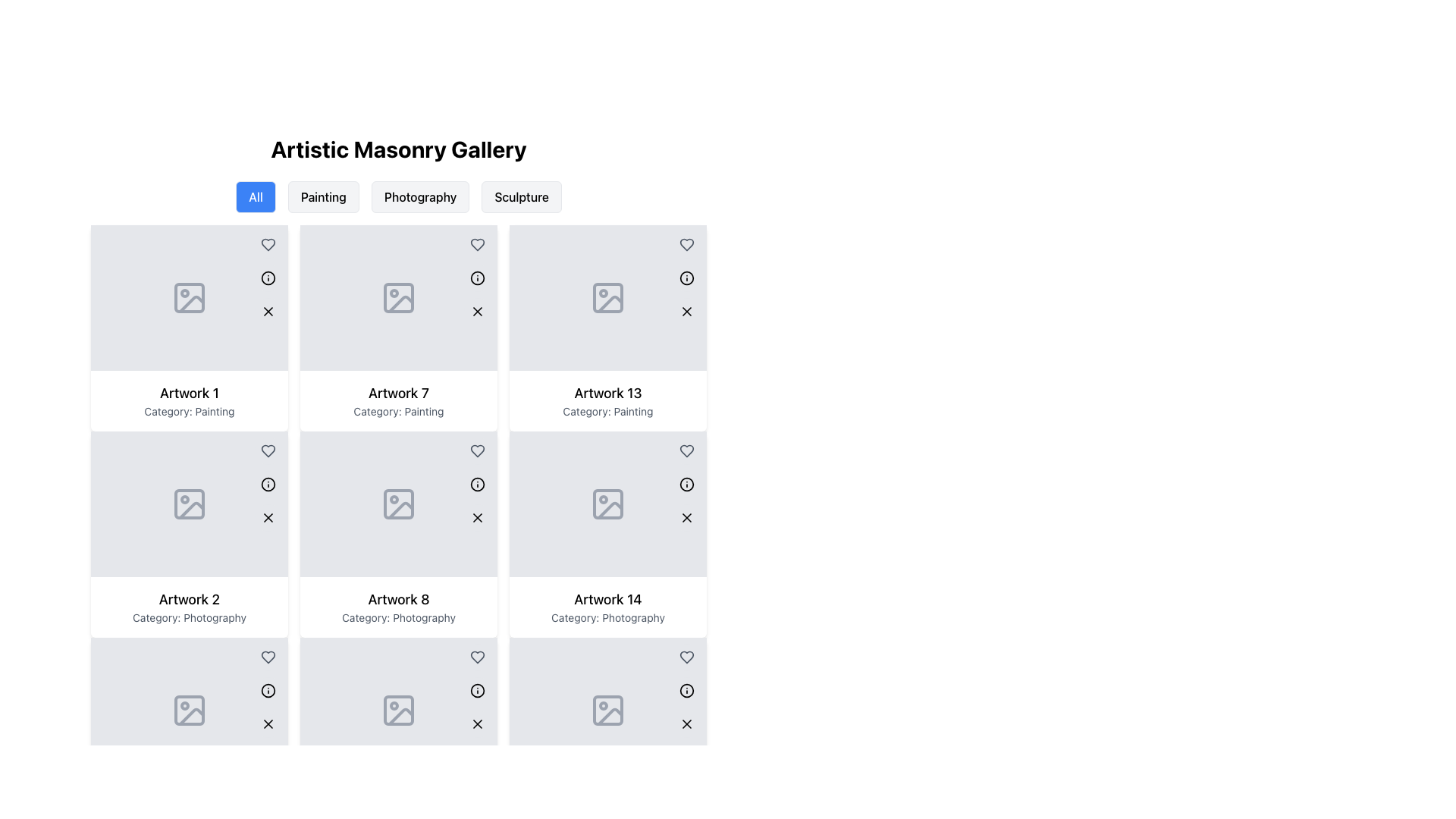 The image size is (1456, 819). What do you see at coordinates (268, 485) in the screenshot?
I see `the circular information icon located in the leftmost card of a 3-column grid layout, positioned below the heart icon and above the 'Artwork 2' label` at bounding box center [268, 485].